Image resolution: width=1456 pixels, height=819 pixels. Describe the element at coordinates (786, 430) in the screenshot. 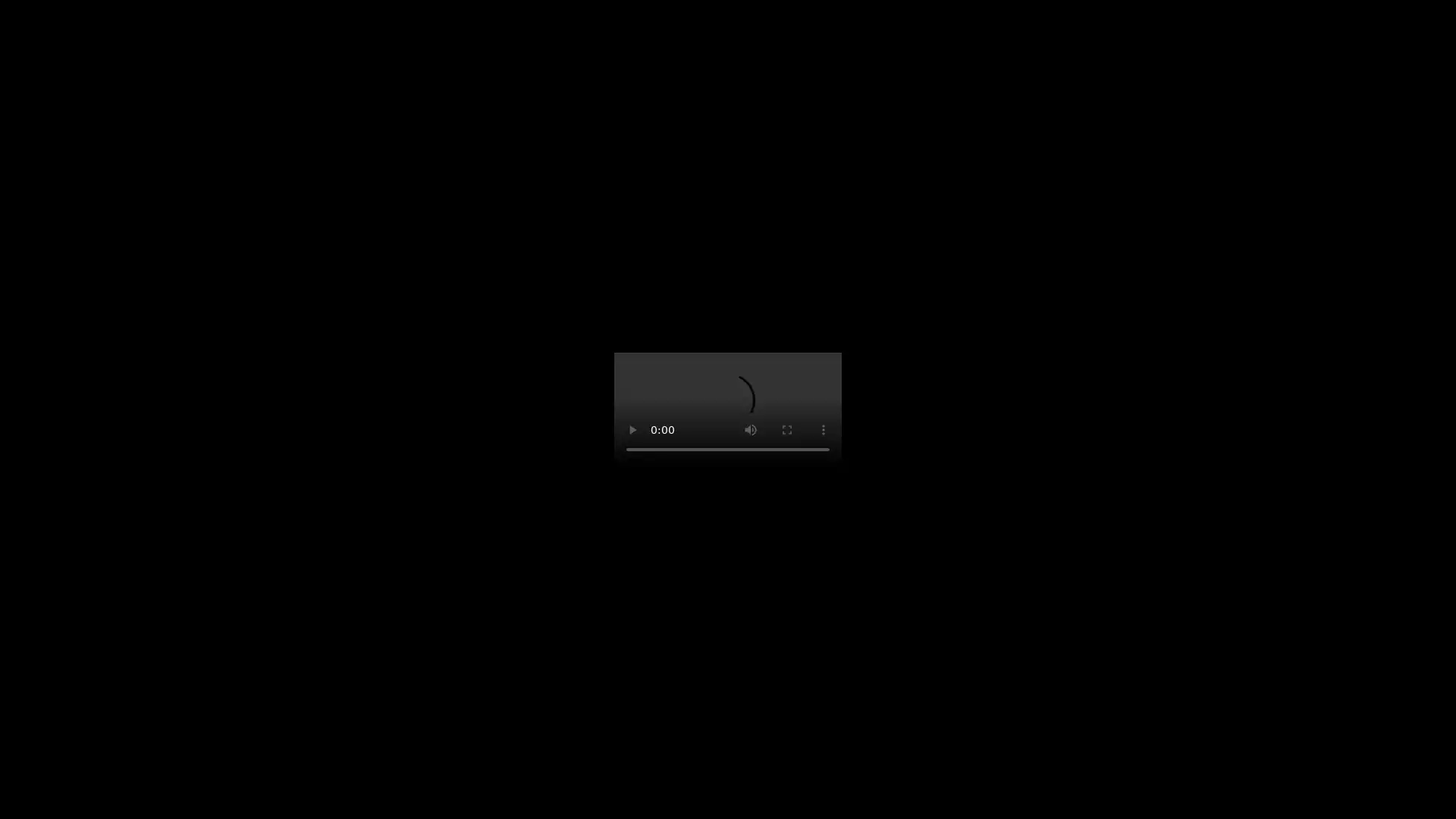

I see `enter full screen` at that location.